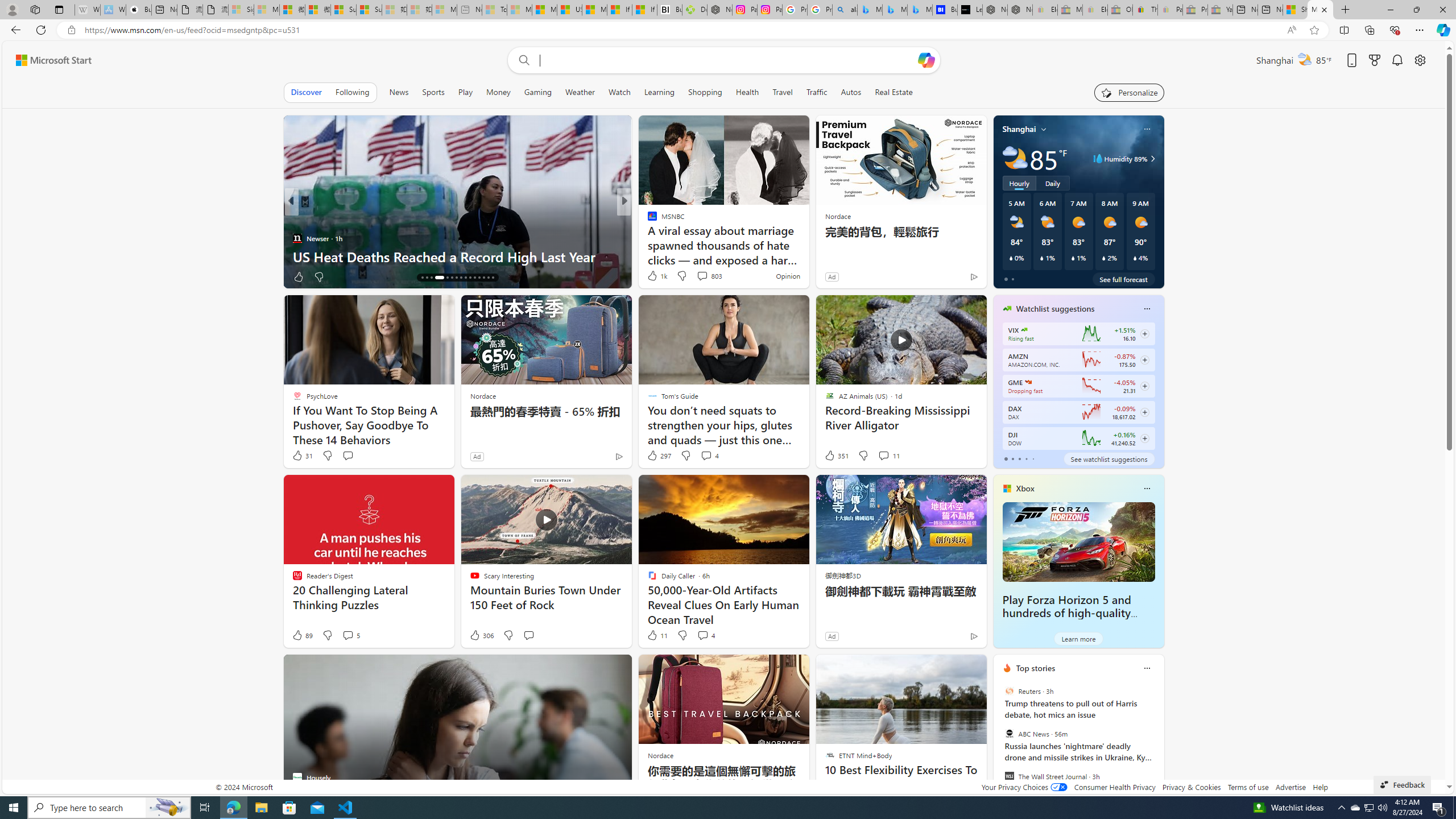 The height and width of the screenshot is (819, 1456). What do you see at coordinates (1170, 9) in the screenshot?
I see `'Payments Terms of Use | eBay.com - Sleeping'` at bounding box center [1170, 9].